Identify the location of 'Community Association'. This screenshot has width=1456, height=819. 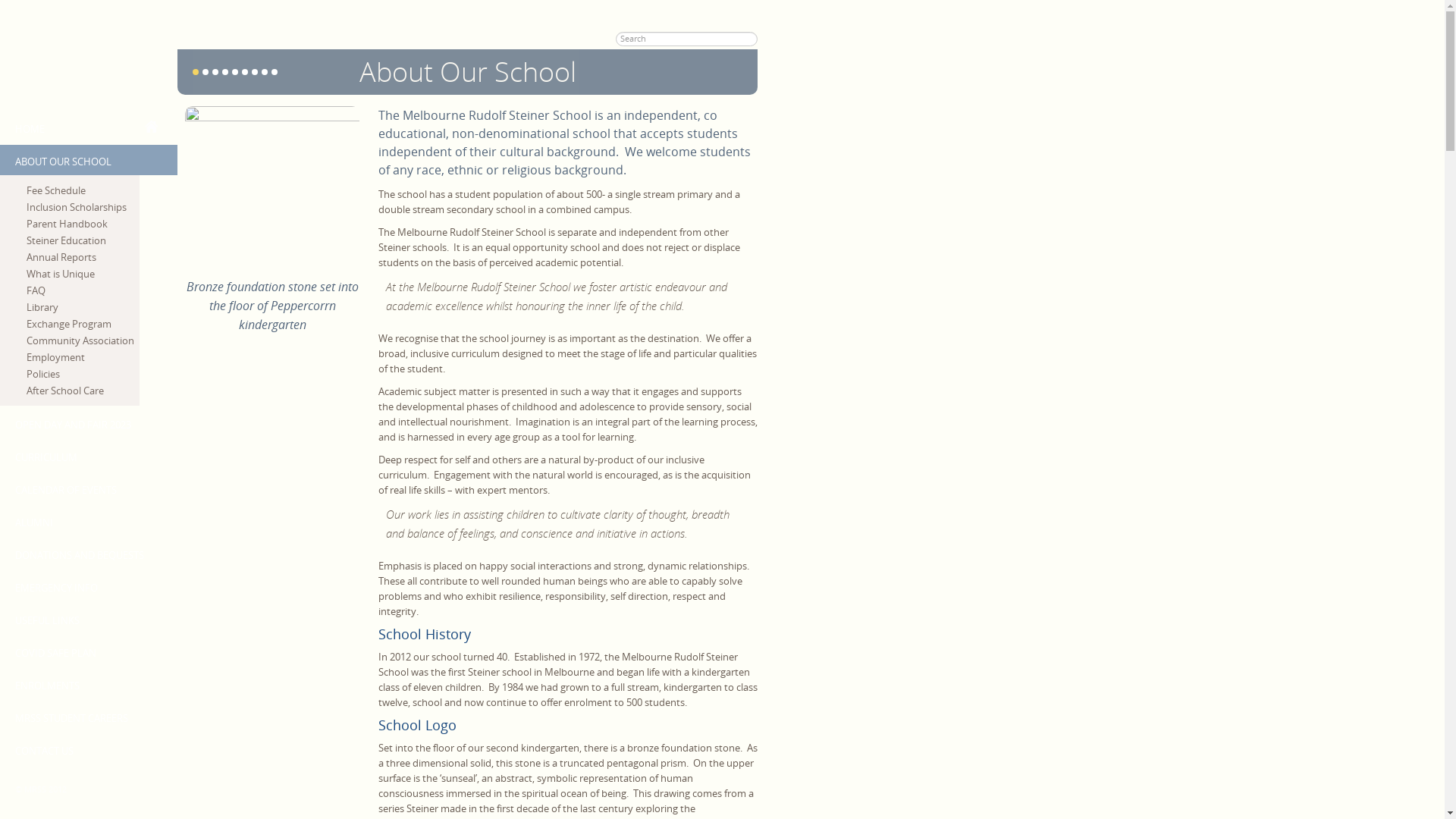
(82, 339).